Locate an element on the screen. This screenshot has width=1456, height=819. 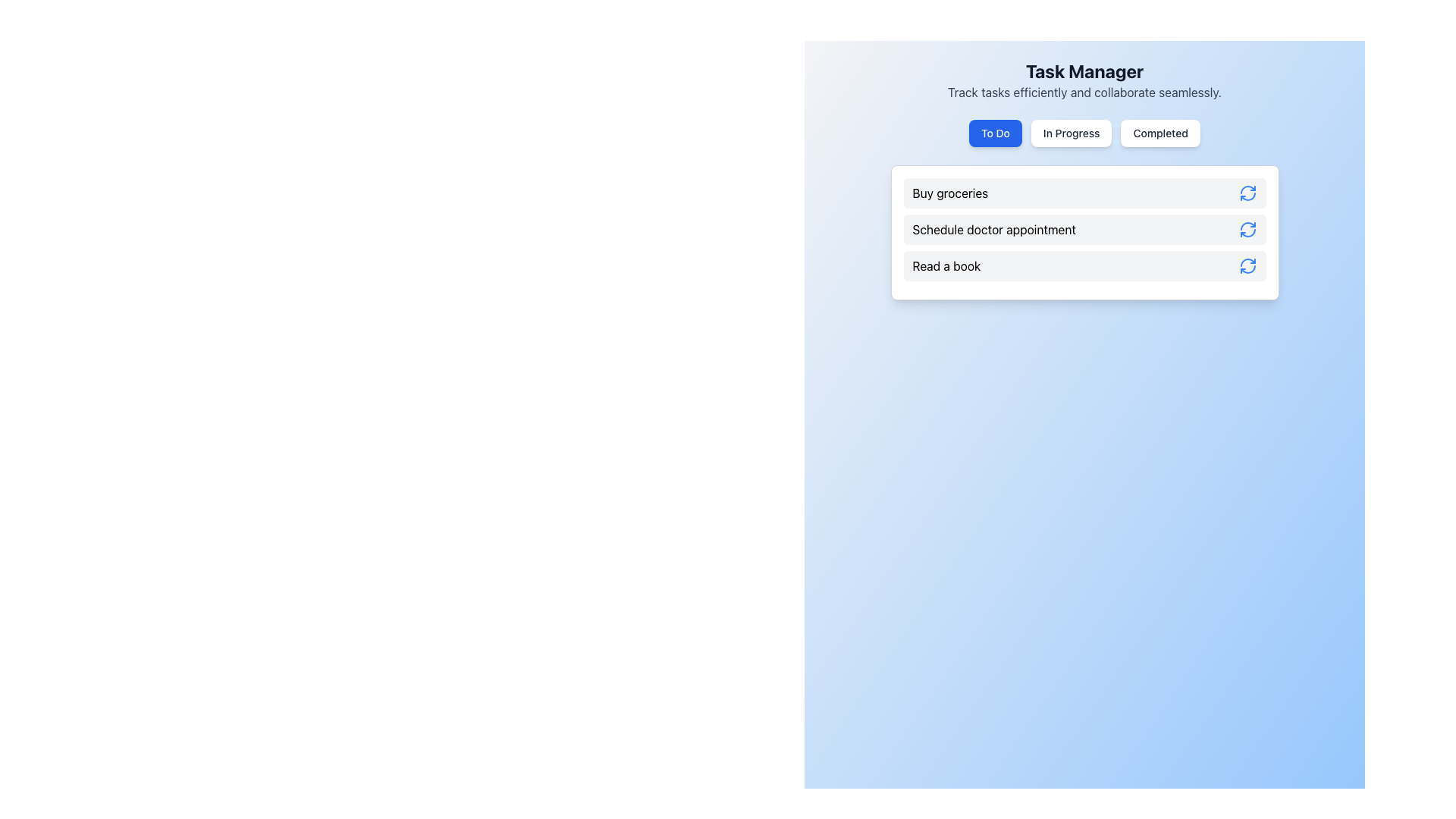
the prominently displayed title text label 'Task Manager', which is styled in bold and is located at the top center of the interface is located at coordinates (1084, 71).